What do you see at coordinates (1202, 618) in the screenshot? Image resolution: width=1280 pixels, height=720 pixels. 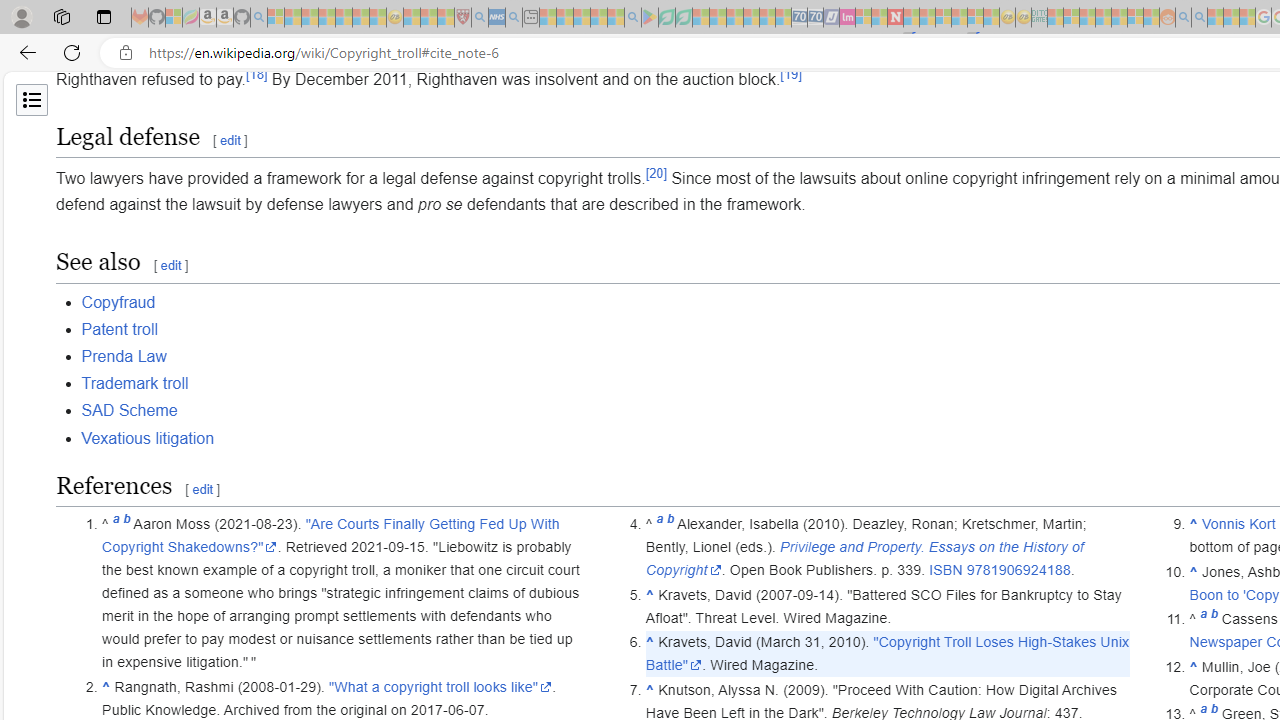 I see `'Jump up to: a'` at bounding box center [1202, 618].